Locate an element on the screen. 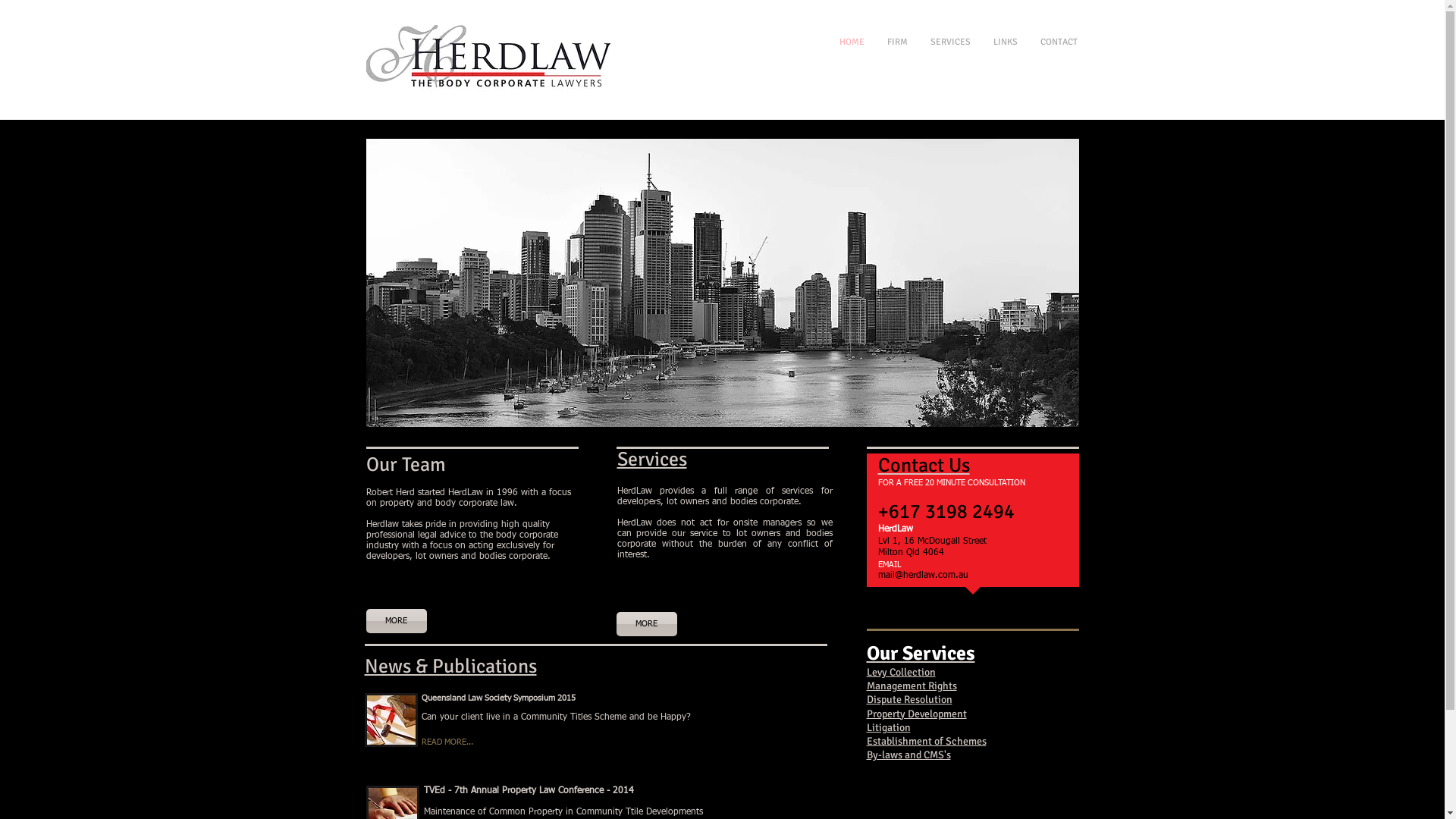 This screenshot has height=819, width=1456. 'Litigation' is located at coordinates (866, 726).